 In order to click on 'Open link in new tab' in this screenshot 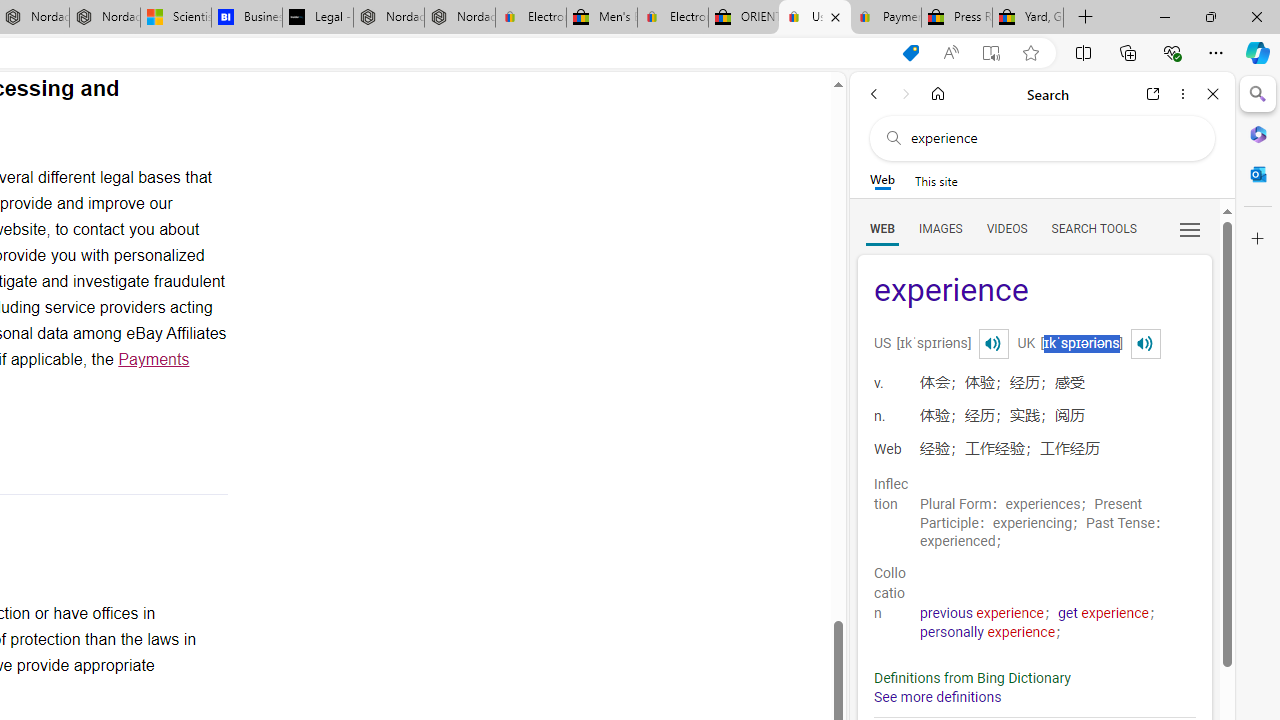, I will do `click(1153, 93)`.